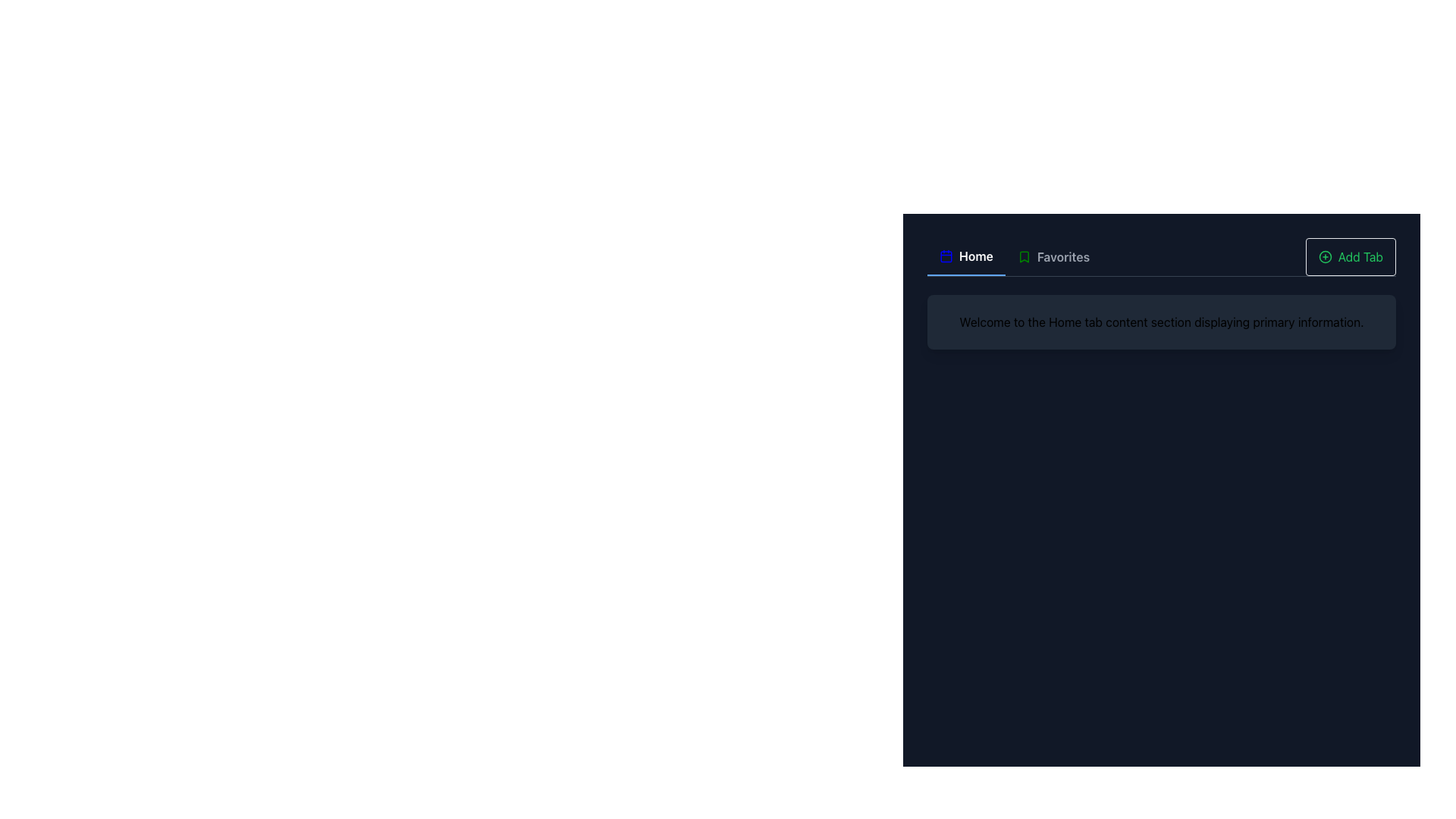  I want to click on the 'Favorites' navigation link located in the horizontal navigation bar, which is the second item from the left, adjacent to 'Home' and before 'Add Tab', so click(1053, 256).